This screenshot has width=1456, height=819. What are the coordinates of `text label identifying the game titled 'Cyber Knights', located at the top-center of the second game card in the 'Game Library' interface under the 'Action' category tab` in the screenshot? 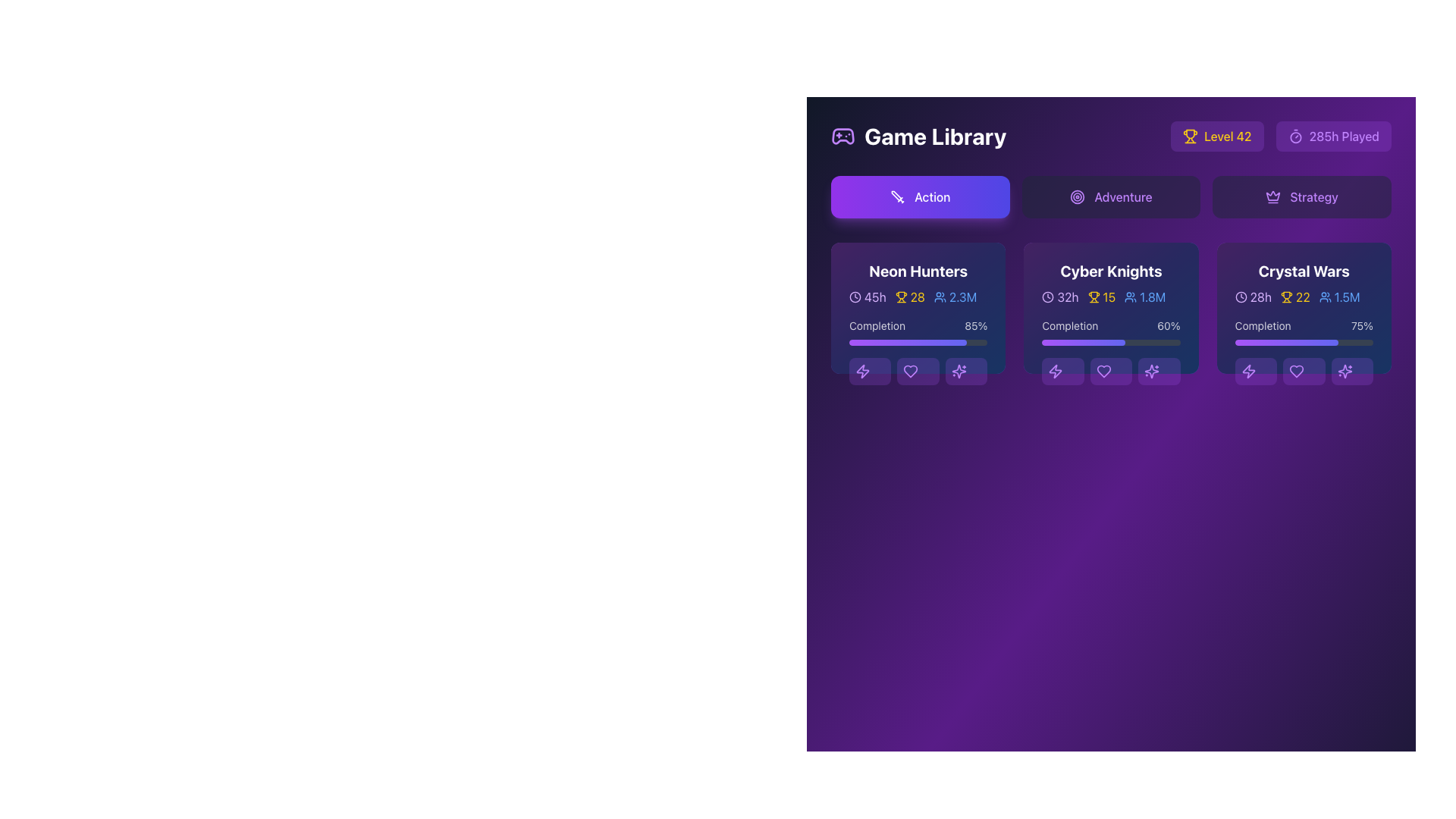 It's located at (1111, 271).